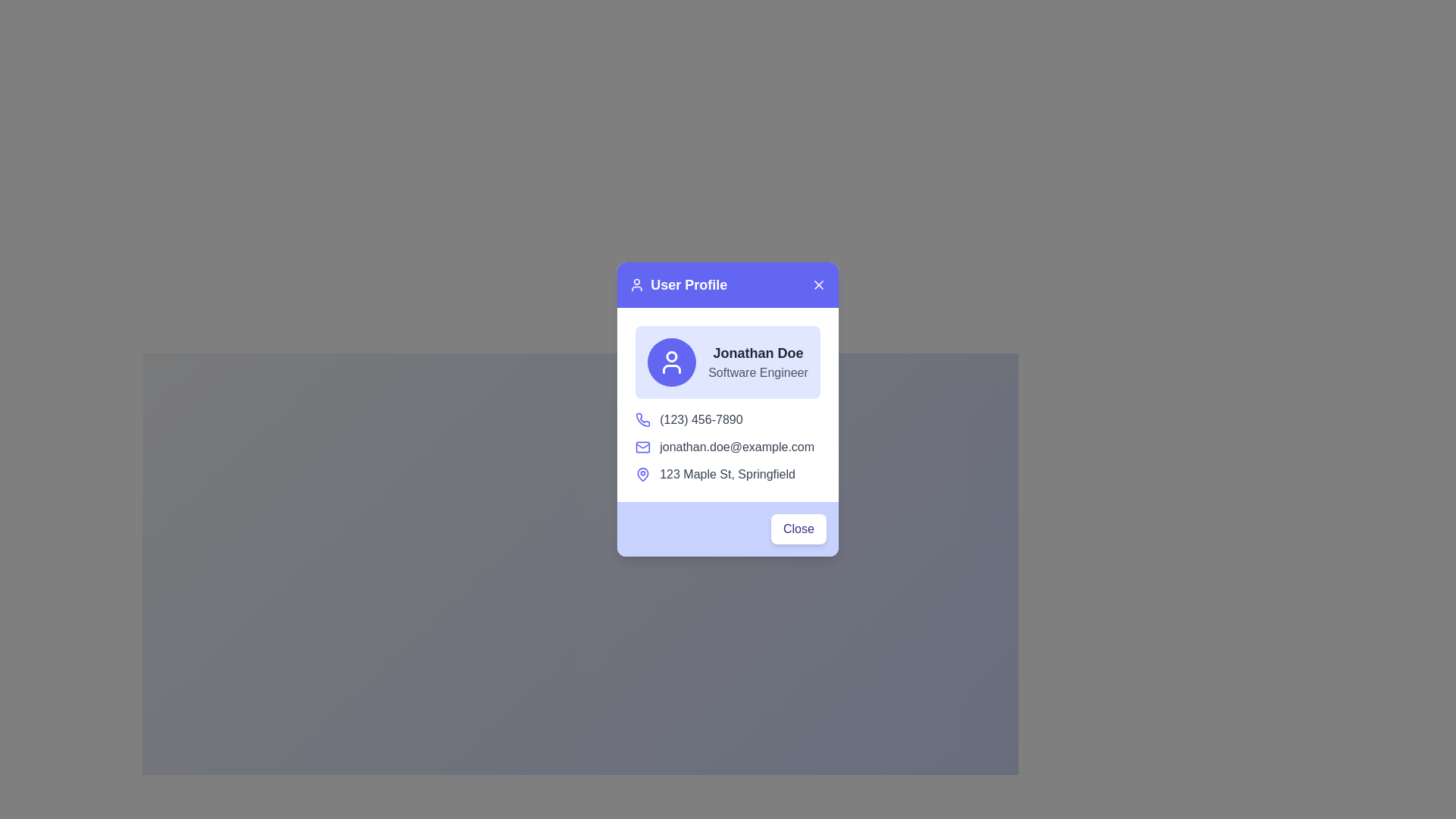 The height and width of the screenshot is (819, 1456). Describe the element at coordinates (677, 284) in the screenshot. I see `the Text Label indicating the purpose or context of the user information panel, located at the top-left corner of the header` at that location.